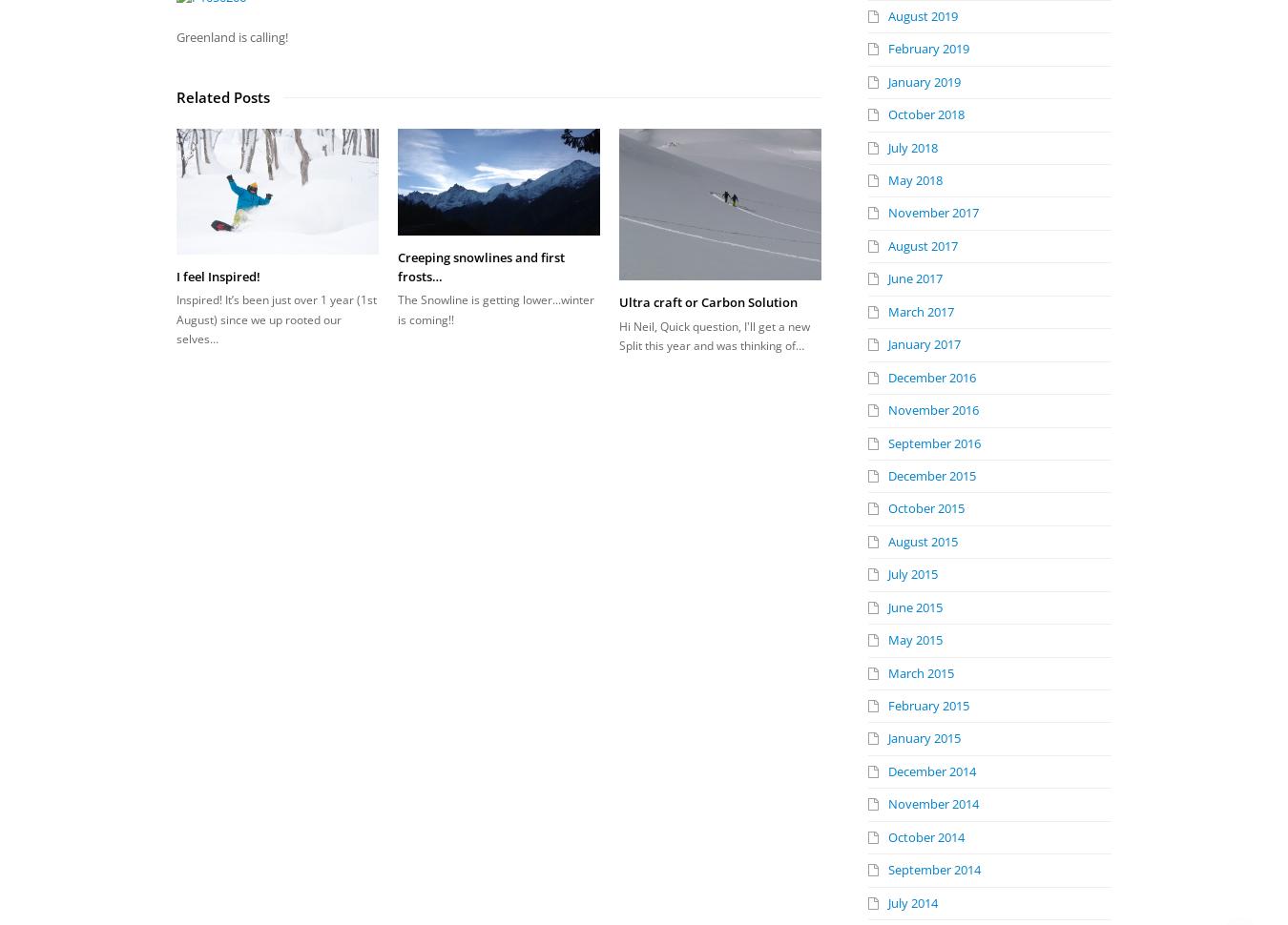 This screenshot has height=925, width=1288. I want to click on 'July 2015', so click(912, 573).